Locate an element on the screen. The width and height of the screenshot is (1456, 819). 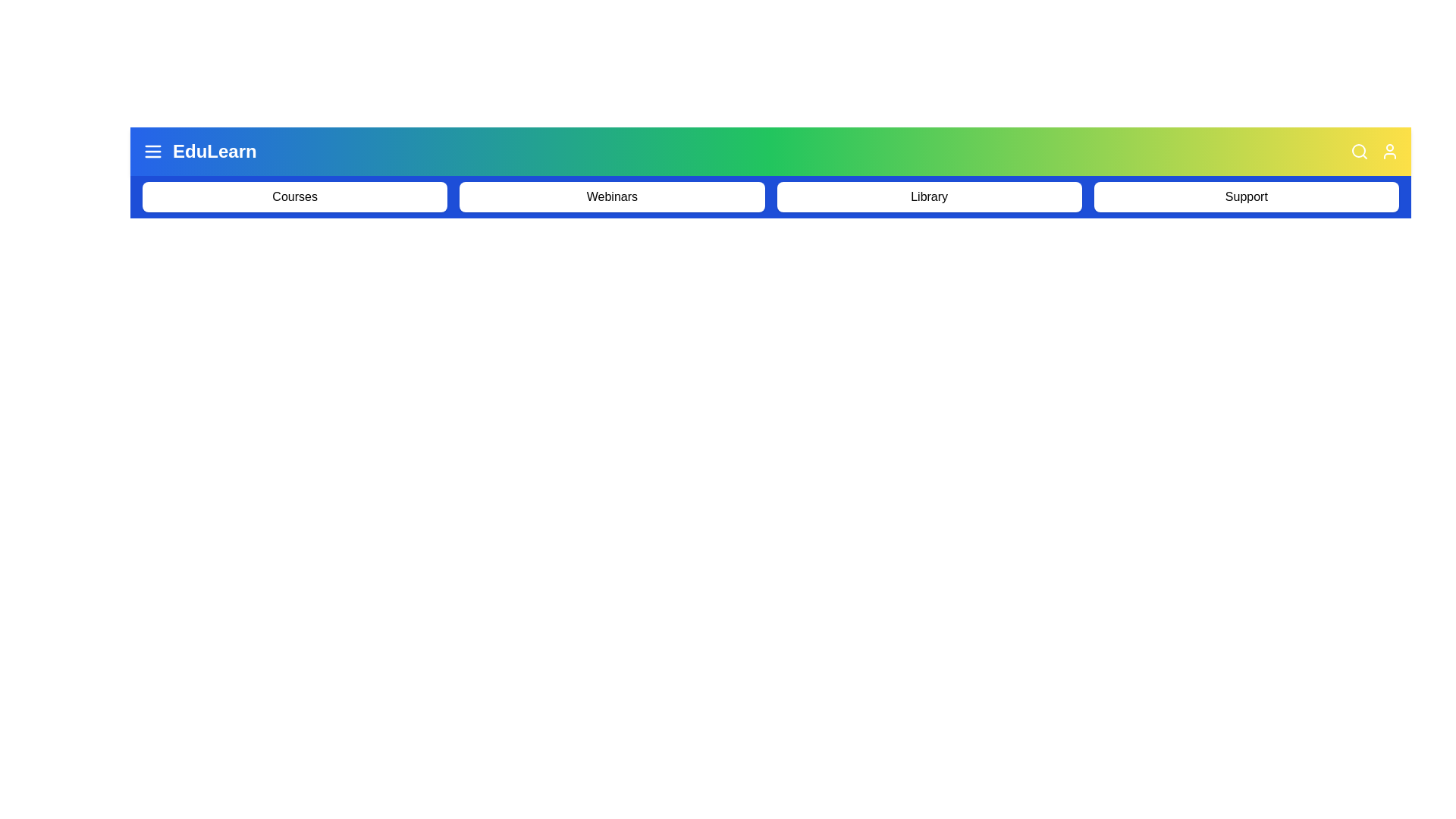
the menu item Courses is located at coordinates (294, 196).